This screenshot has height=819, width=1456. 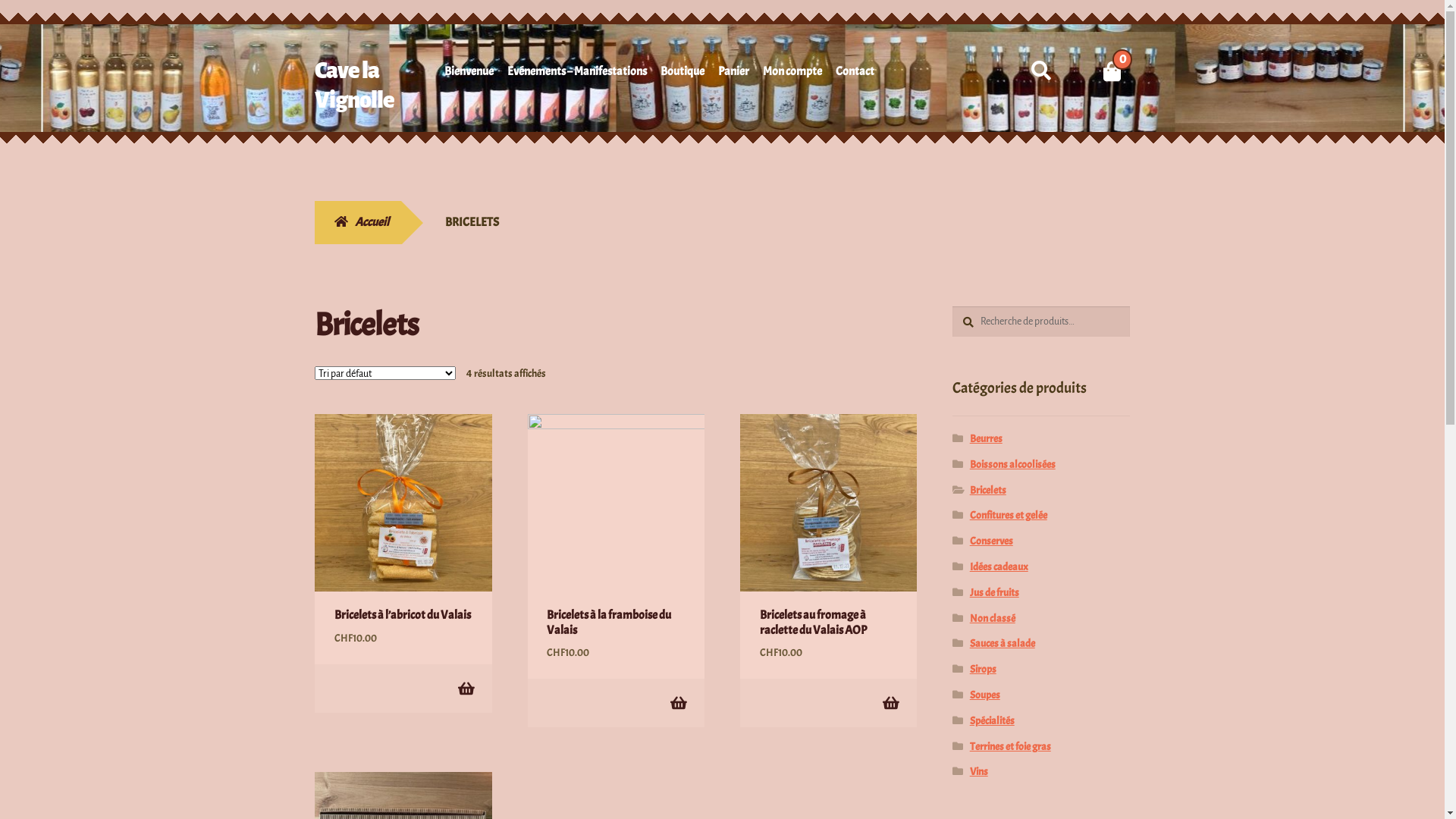 I want to click on 'Jus de fruits', so click(x=994, y=591).